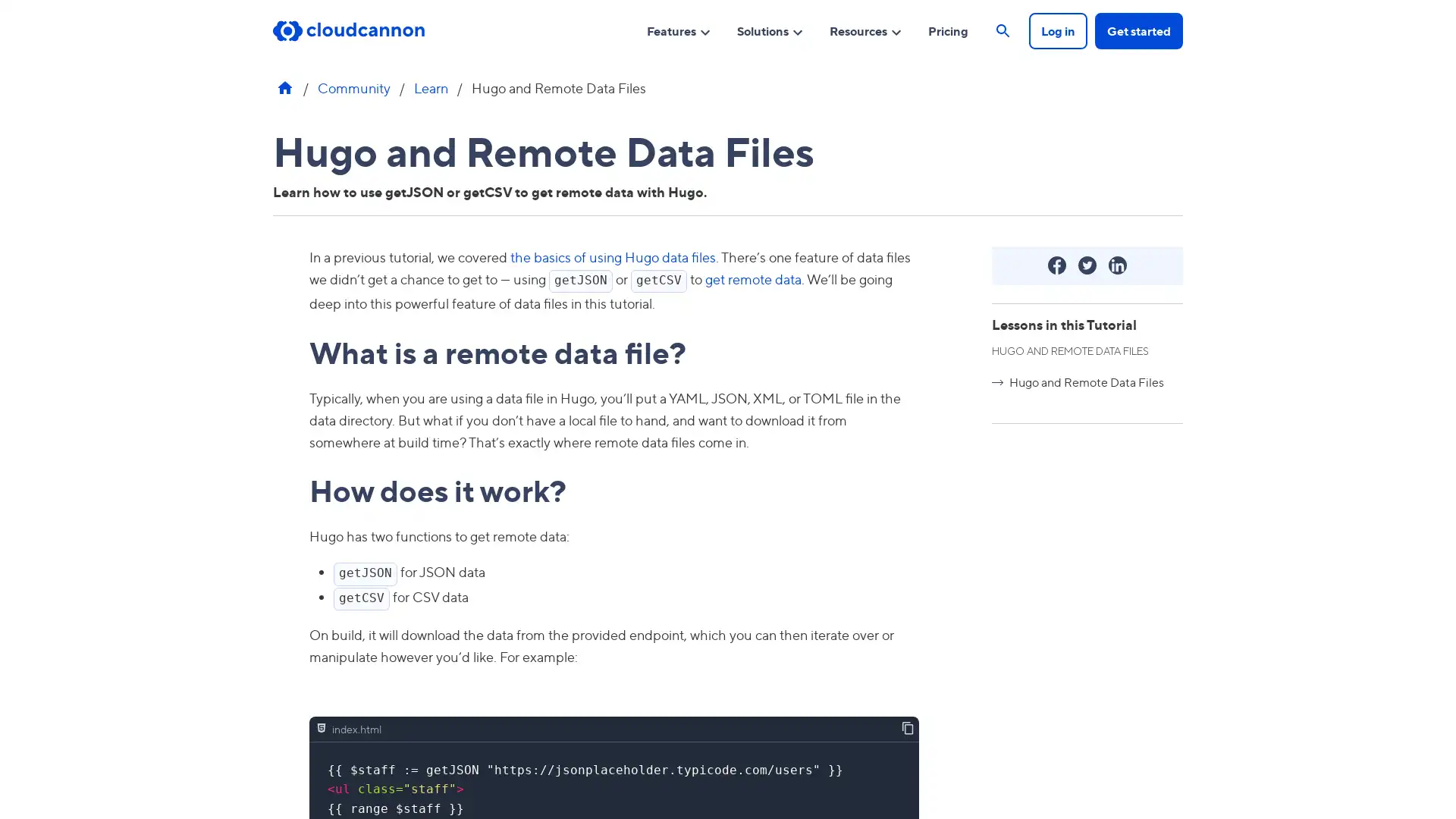 The height and width of the screenshot is (819, 1456). I want to click on Solutions, so click(770, 30).